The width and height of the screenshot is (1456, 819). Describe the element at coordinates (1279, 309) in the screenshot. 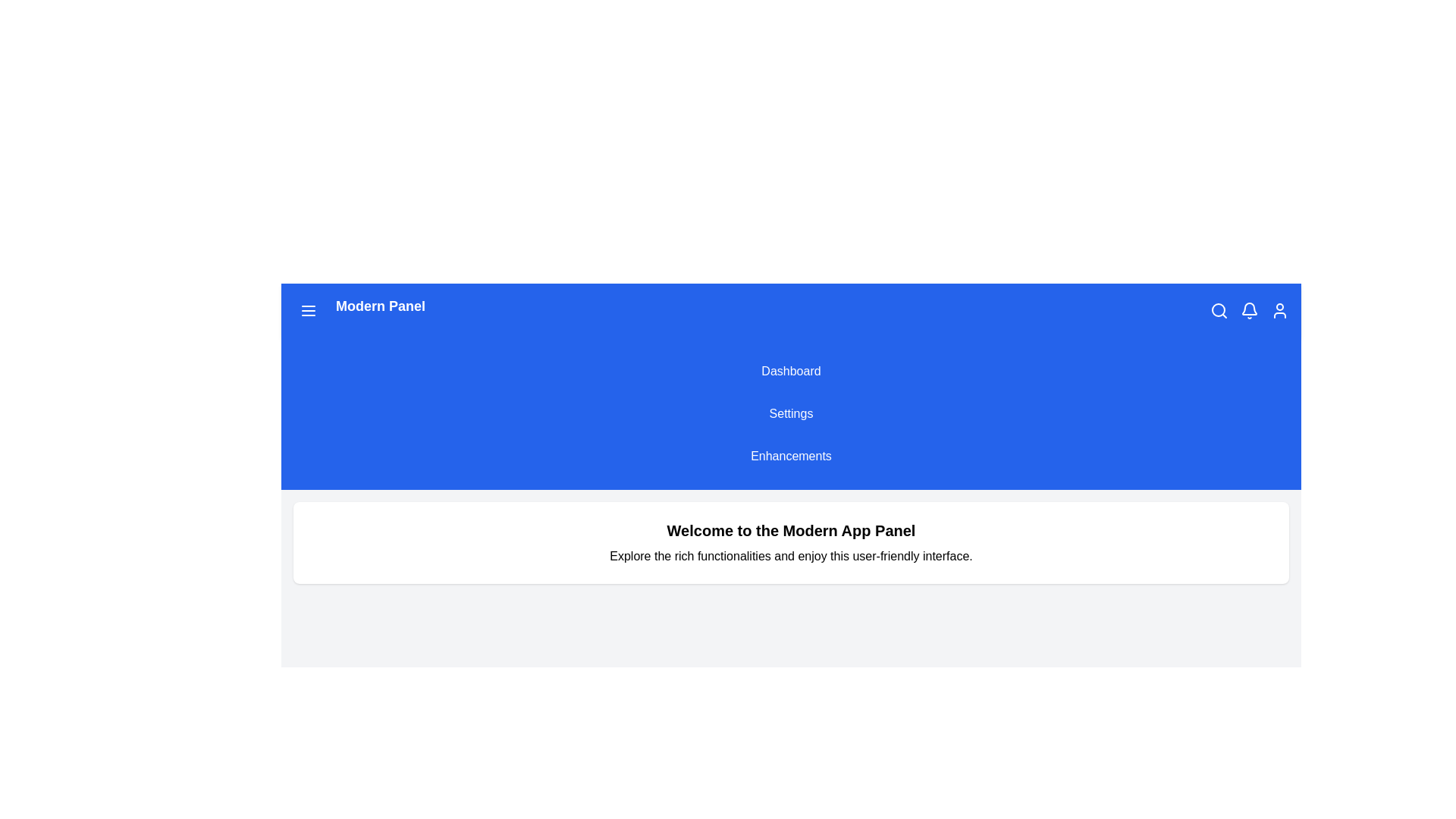

I see `the user icon to access user-related settings` at that location.